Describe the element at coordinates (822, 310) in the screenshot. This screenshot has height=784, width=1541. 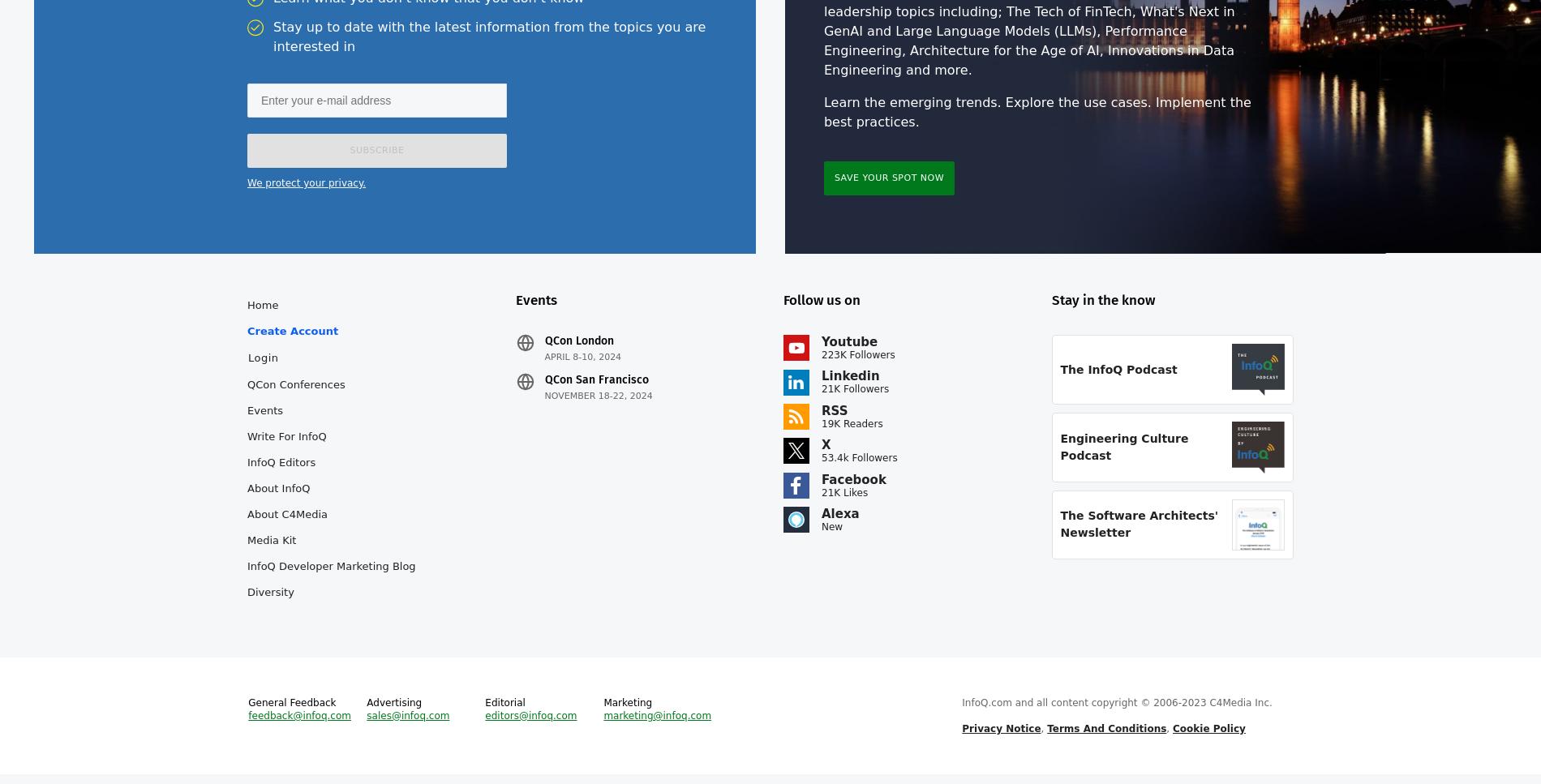
I see `'Follow us on'` at that location.